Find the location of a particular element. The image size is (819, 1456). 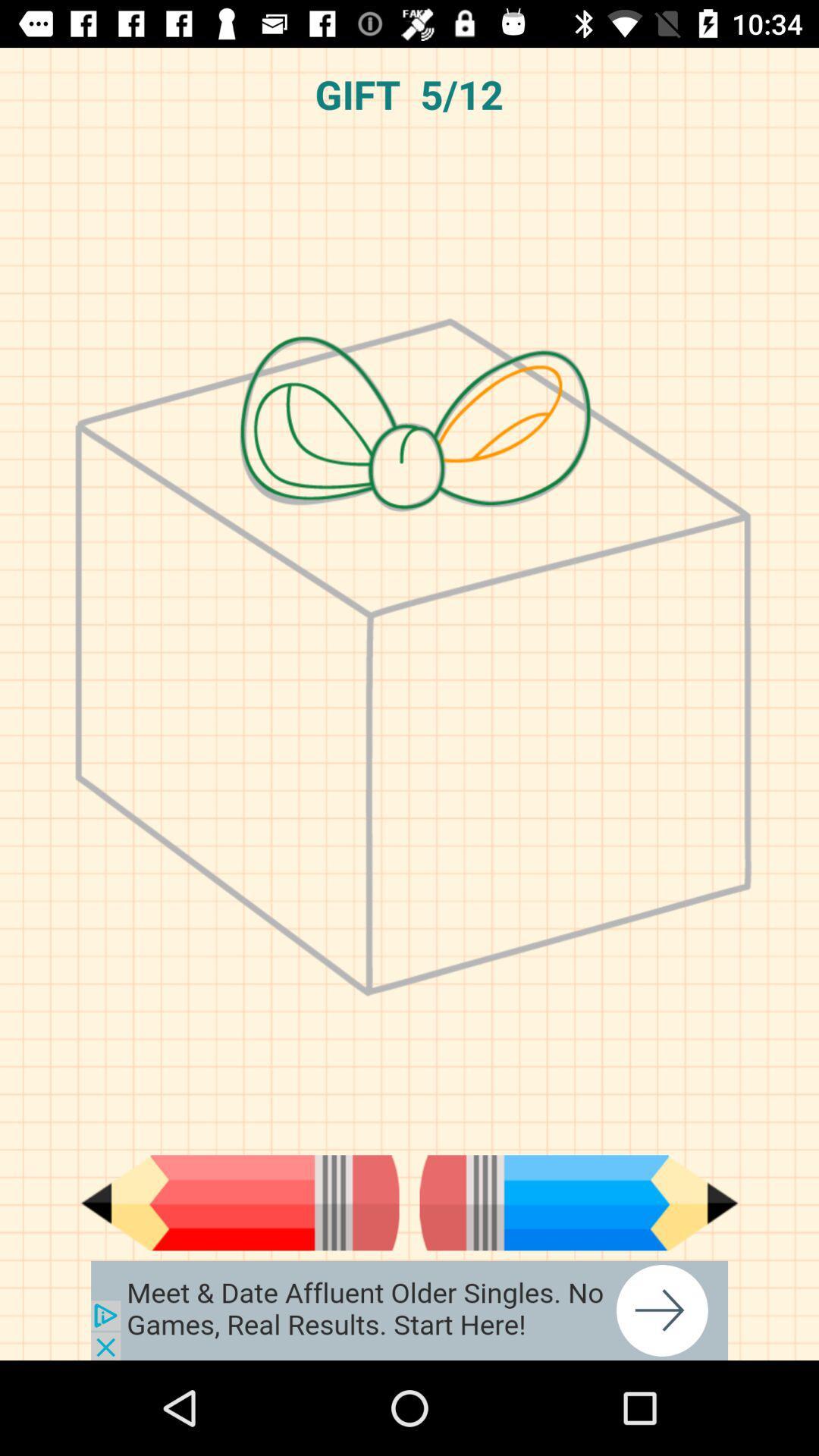

pencil used in text file is located at coordinates (579, 1202).